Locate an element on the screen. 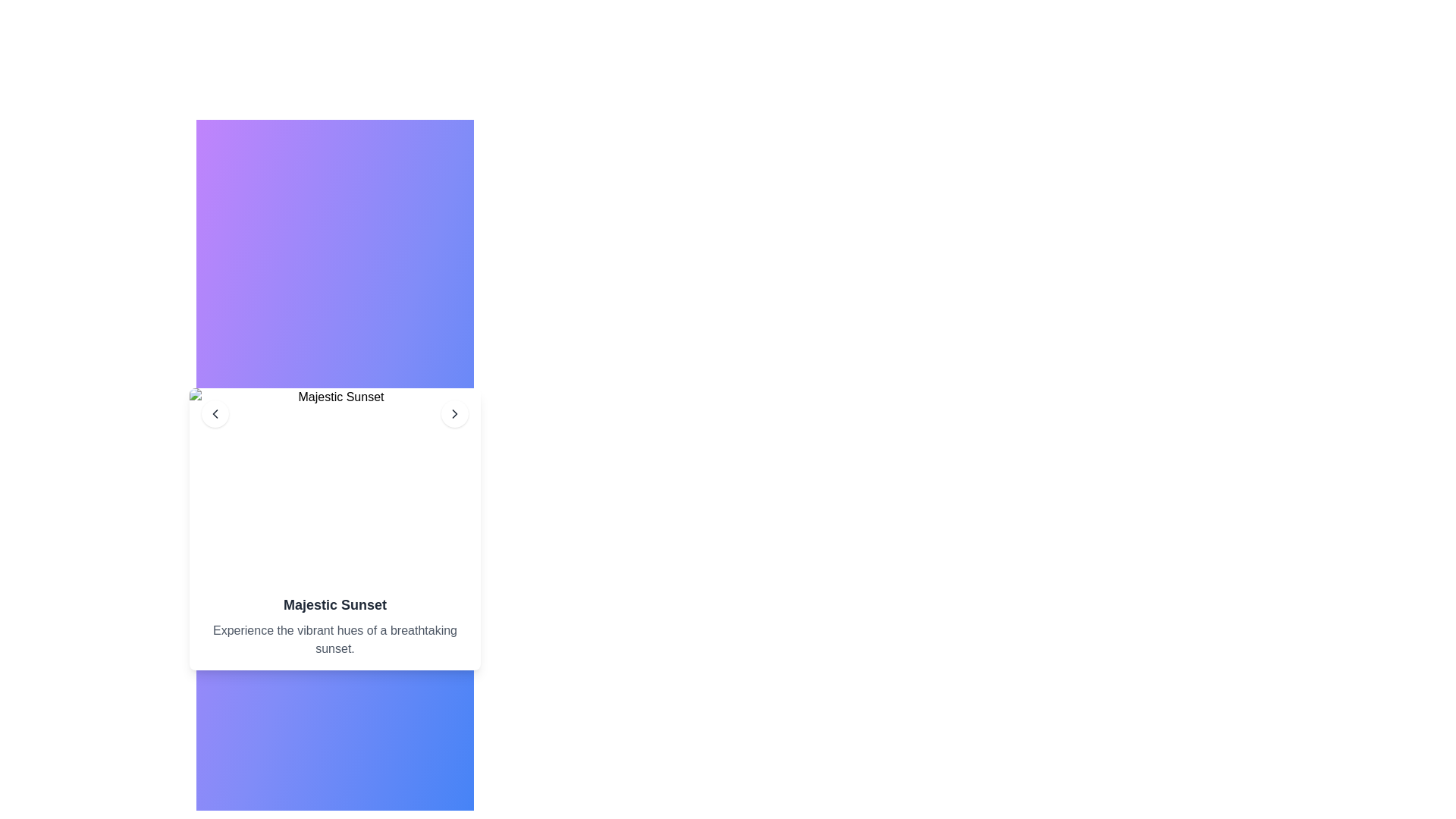  the back navigation icon located in the top-left region of the card header, to the left of the 'Majestic Sunset' title text is located at coordinates (214, 414).